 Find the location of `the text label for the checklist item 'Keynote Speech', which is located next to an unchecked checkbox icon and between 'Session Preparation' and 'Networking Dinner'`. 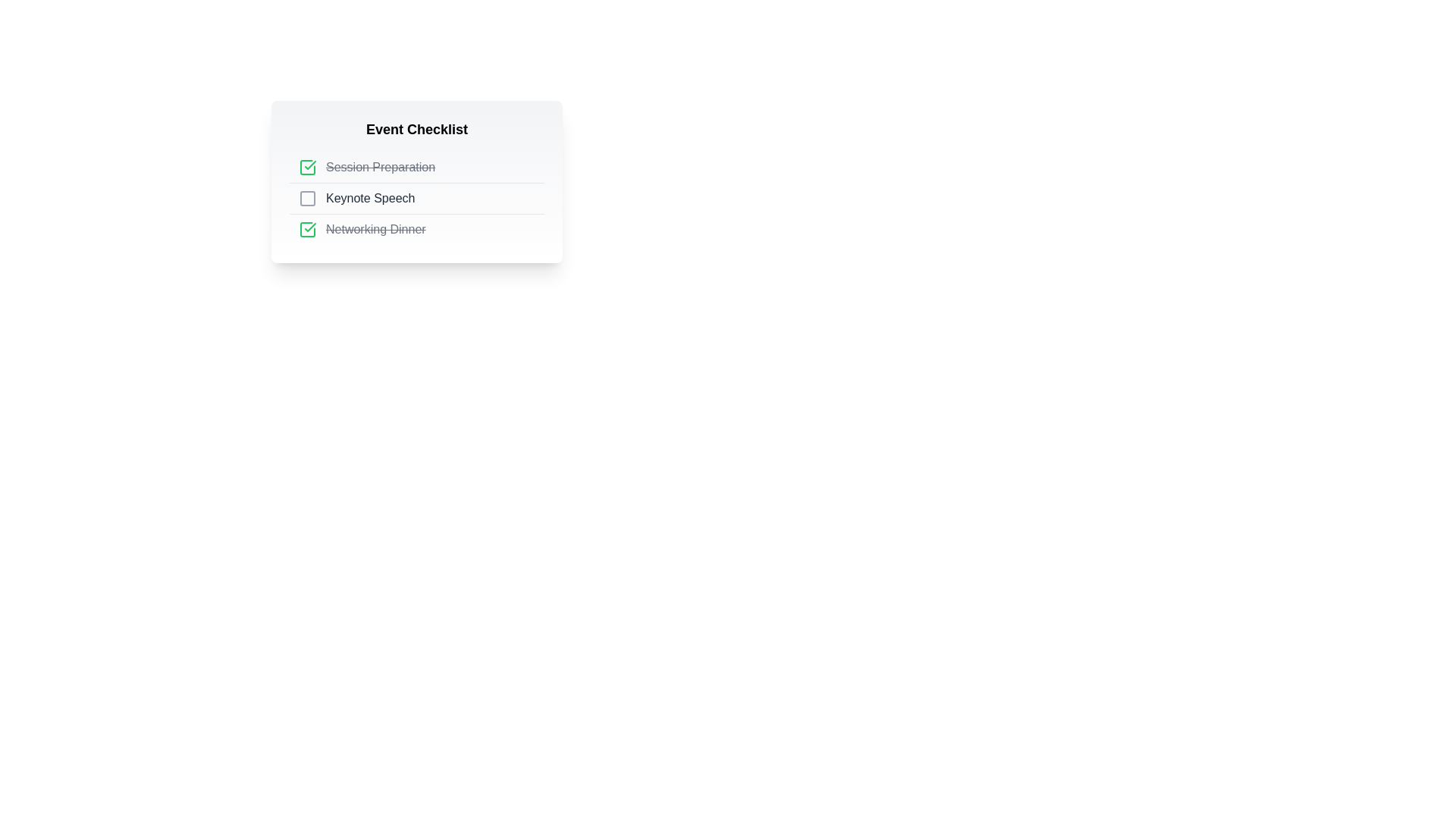

the text label for the checklist item 'Keynote Speech', which is located next to an unchecked checkbox icon and between 'Session Preparation' and 'Networking Dinner' is located at coordinates (370, 198).